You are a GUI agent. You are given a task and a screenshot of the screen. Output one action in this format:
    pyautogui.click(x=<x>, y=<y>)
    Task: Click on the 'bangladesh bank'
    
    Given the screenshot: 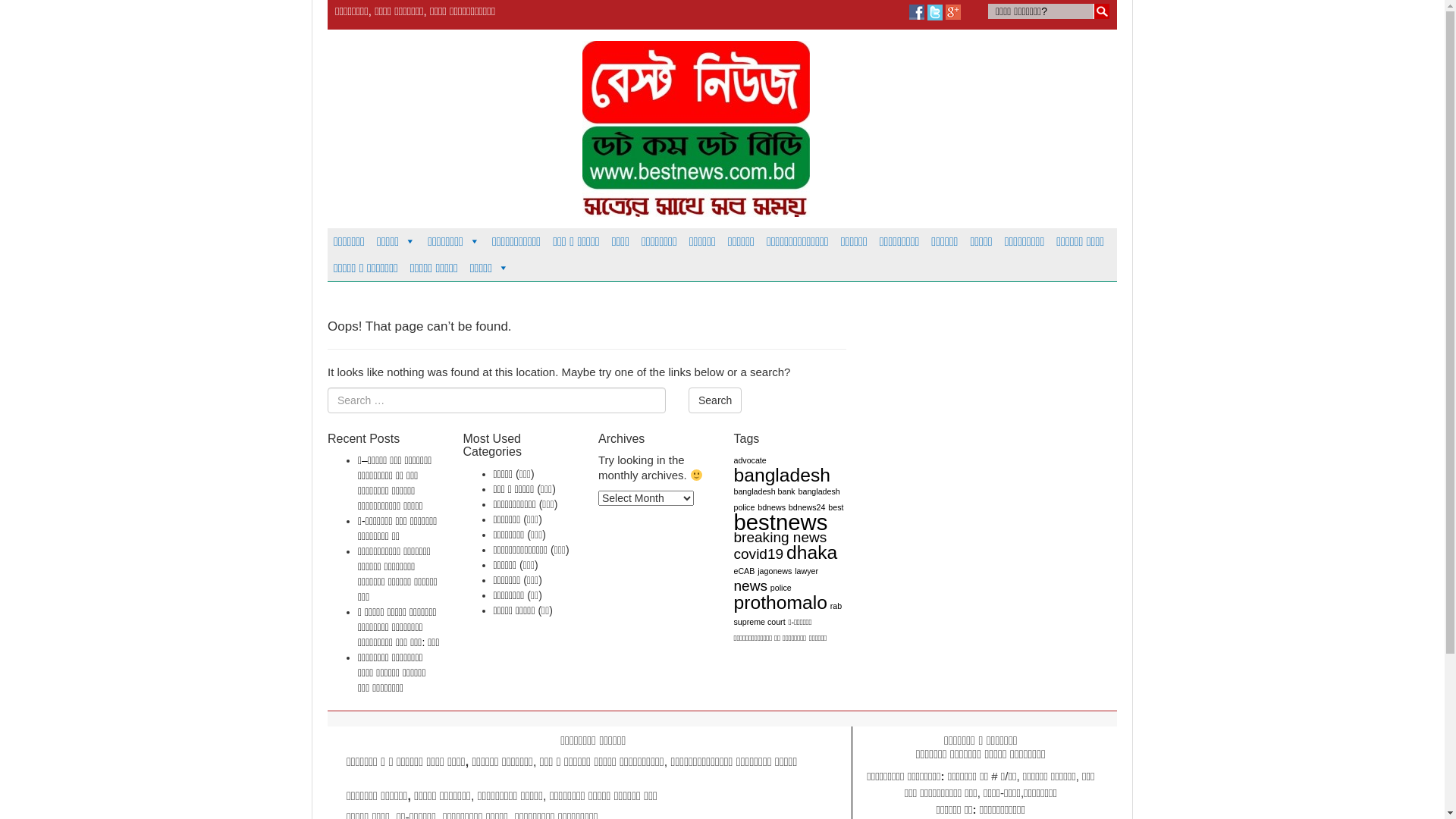 What is the action you would take?
    pyautogui.click(x=764, y=491)
    